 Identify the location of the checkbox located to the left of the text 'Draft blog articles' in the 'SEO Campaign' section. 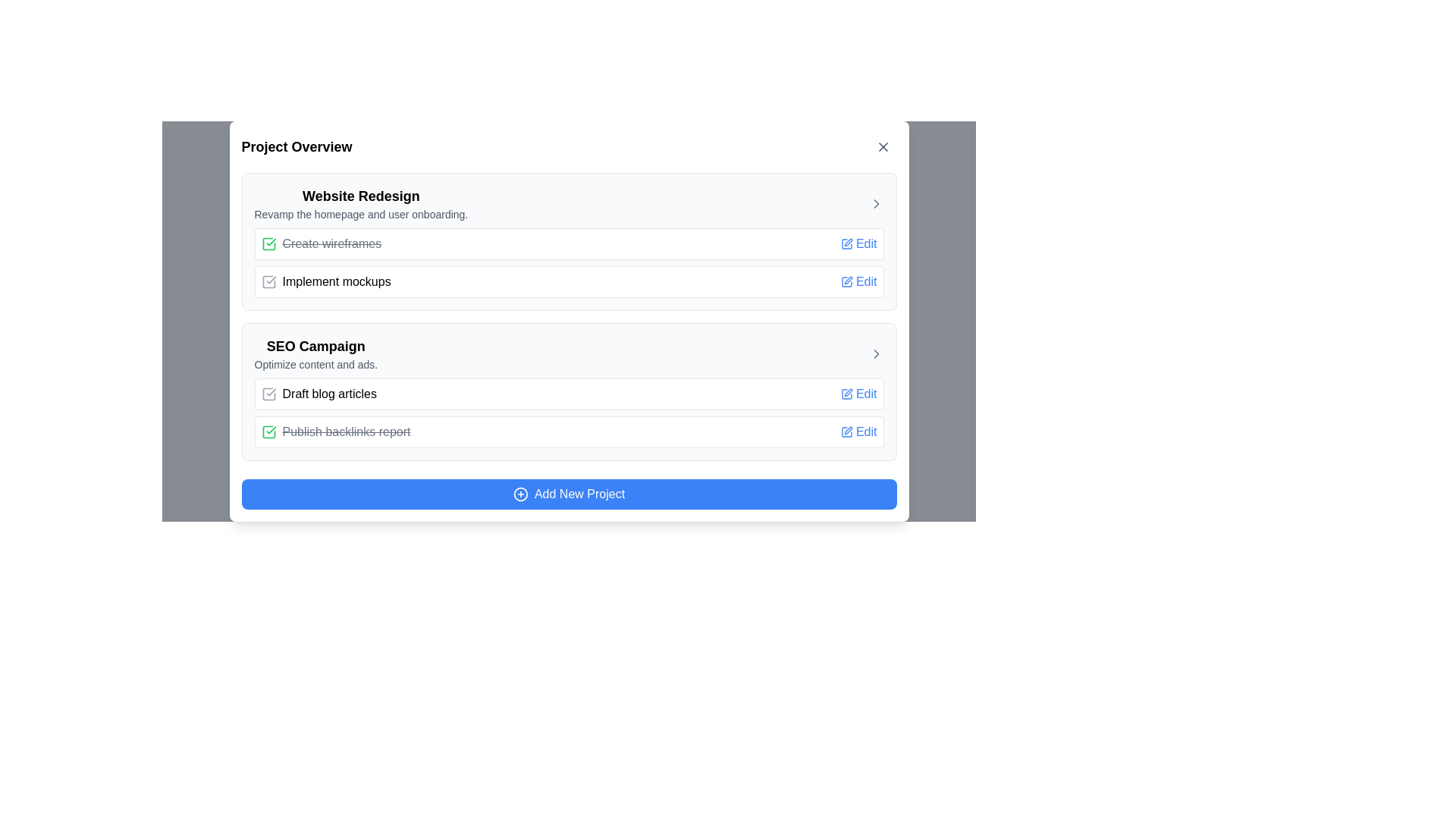
(268, 394).